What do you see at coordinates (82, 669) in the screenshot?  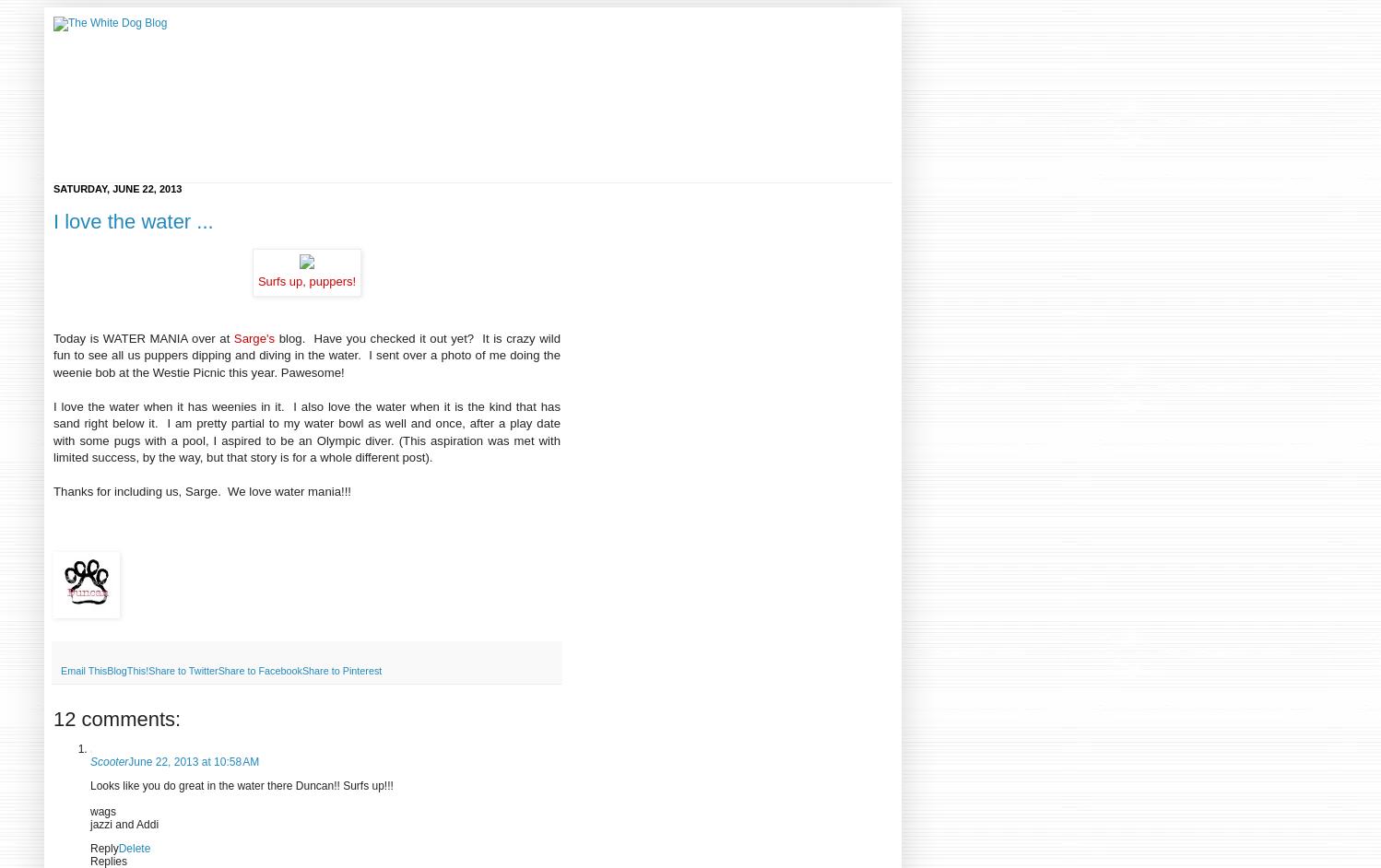 I see `'Email This'` at bounding box center [82, 669].